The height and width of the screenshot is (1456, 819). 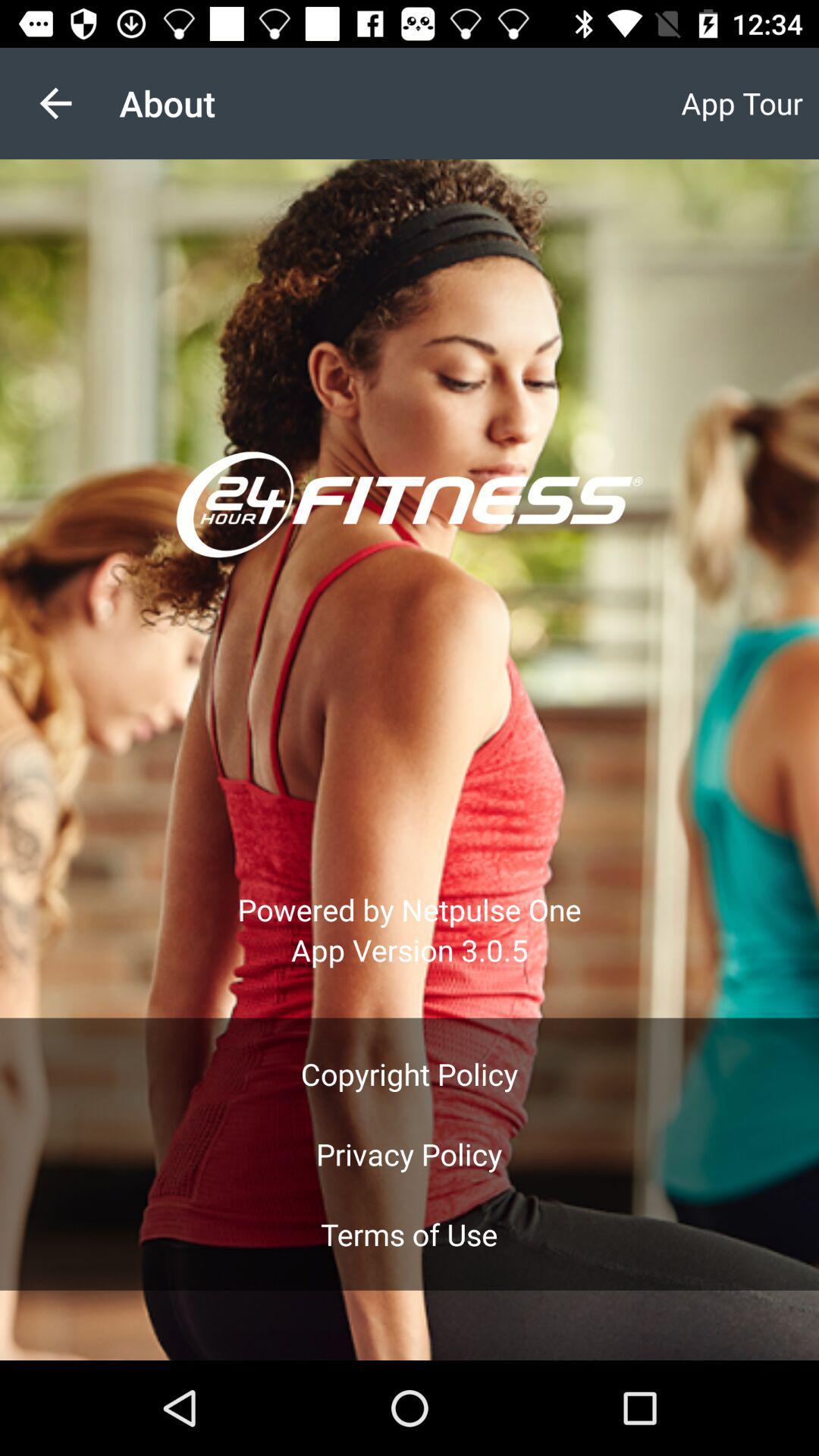 I want to click on the item at the top right corner, so click(x=741, y=102).